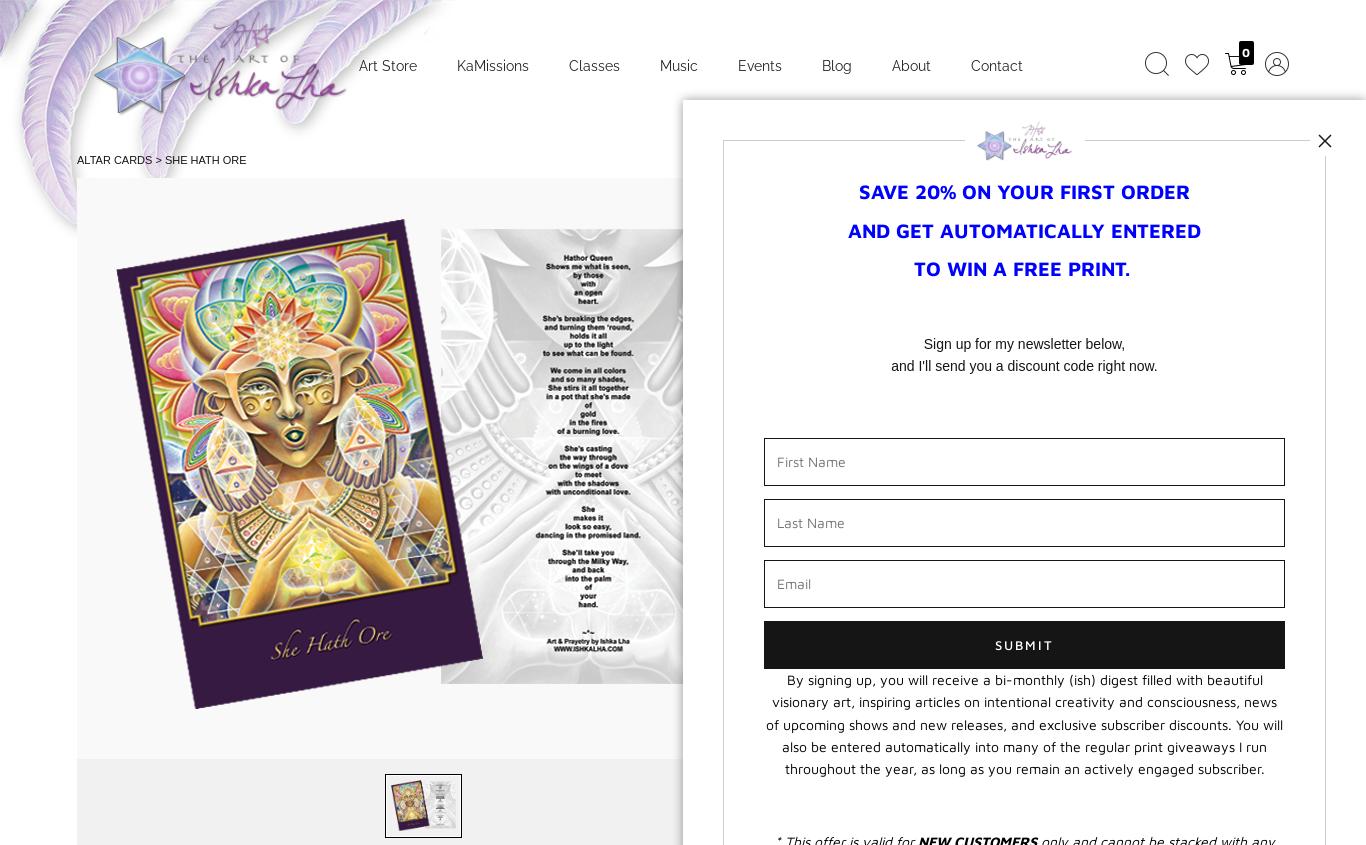 This screenshot has height=845, width=1366. I want to click on 'GET AUTOMATICALLY ENTERED', so click(1047, 228).